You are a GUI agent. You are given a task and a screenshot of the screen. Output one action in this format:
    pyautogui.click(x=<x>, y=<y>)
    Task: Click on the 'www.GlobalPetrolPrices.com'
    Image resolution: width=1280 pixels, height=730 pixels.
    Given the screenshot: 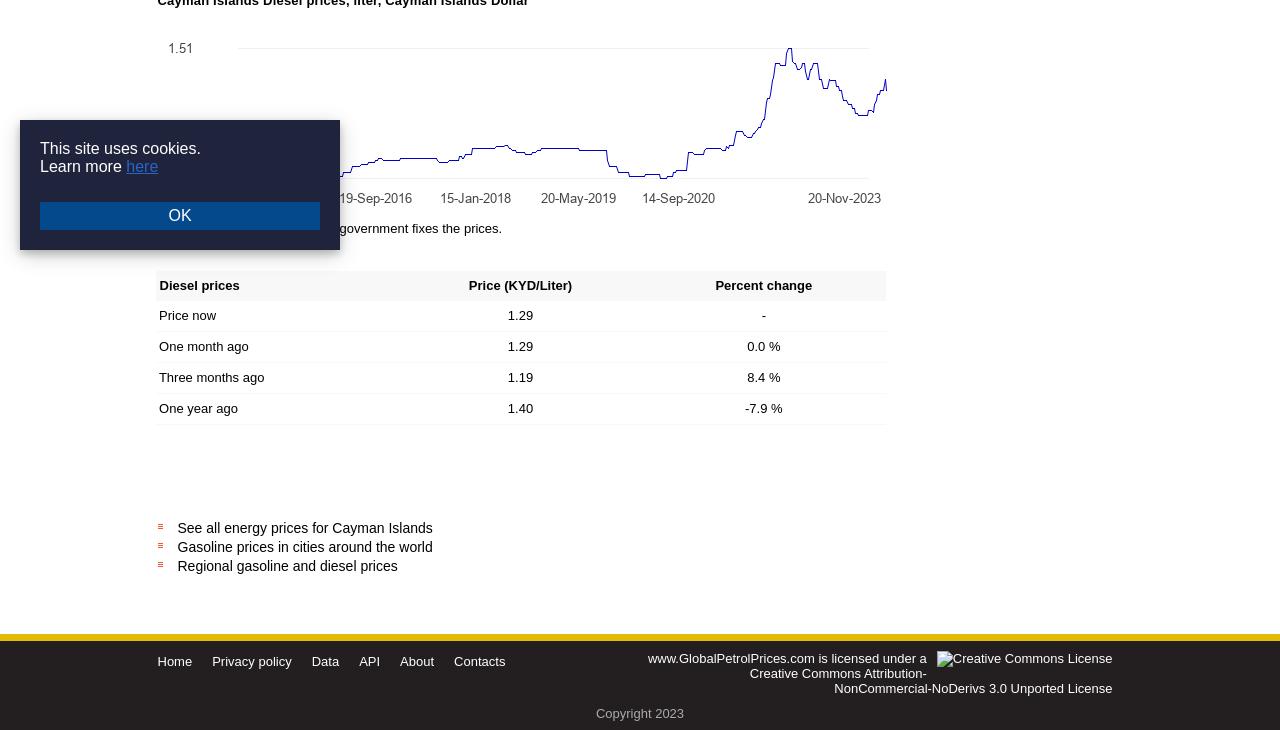 What is the action you would take?
    pyautogui.click(x=729, y=657)
    